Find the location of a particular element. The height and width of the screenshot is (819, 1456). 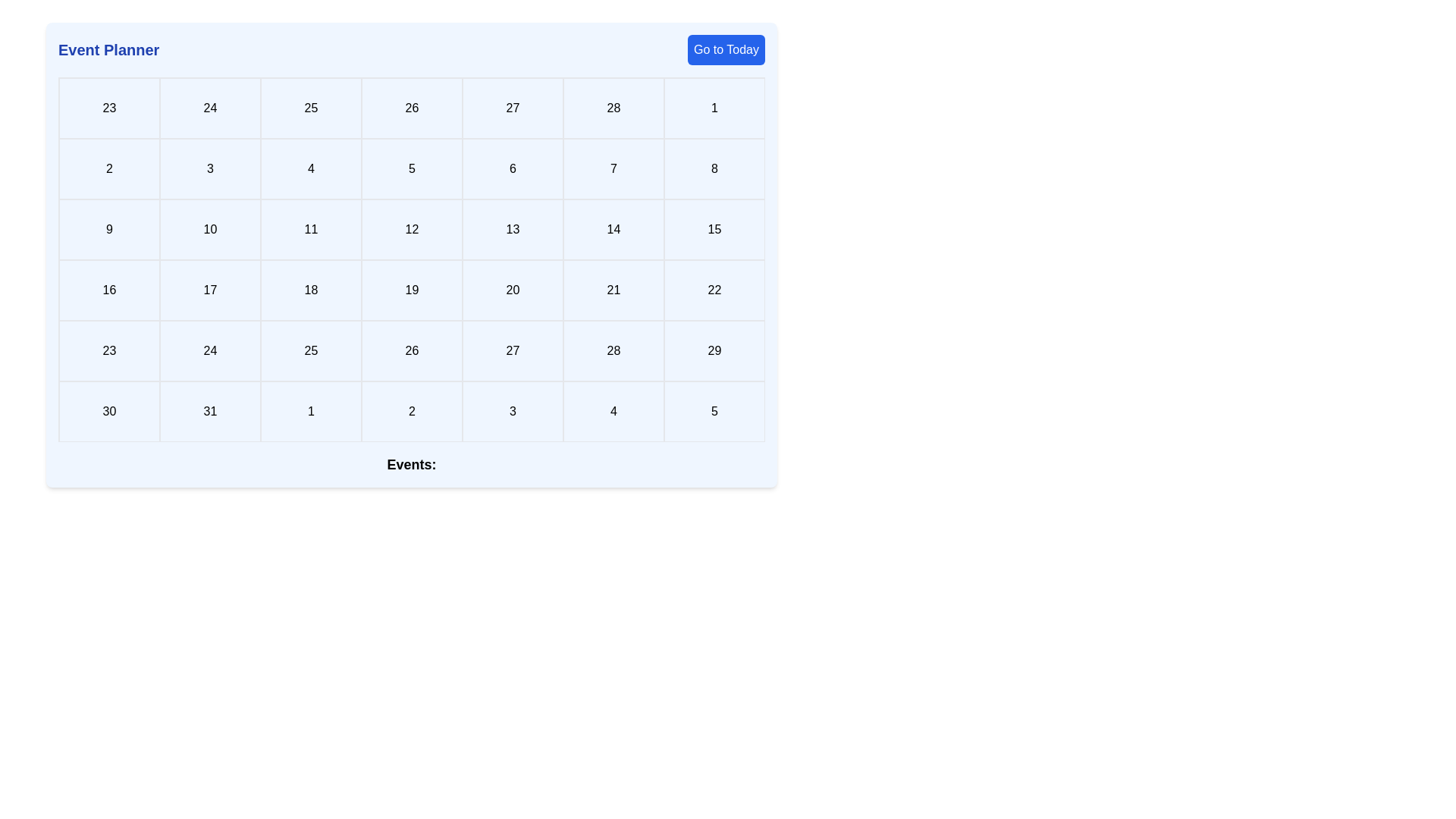

the grid cell displaying the number '27' in the first row and fifth column of the calendar grid layout is located at coordinates (513, 107).